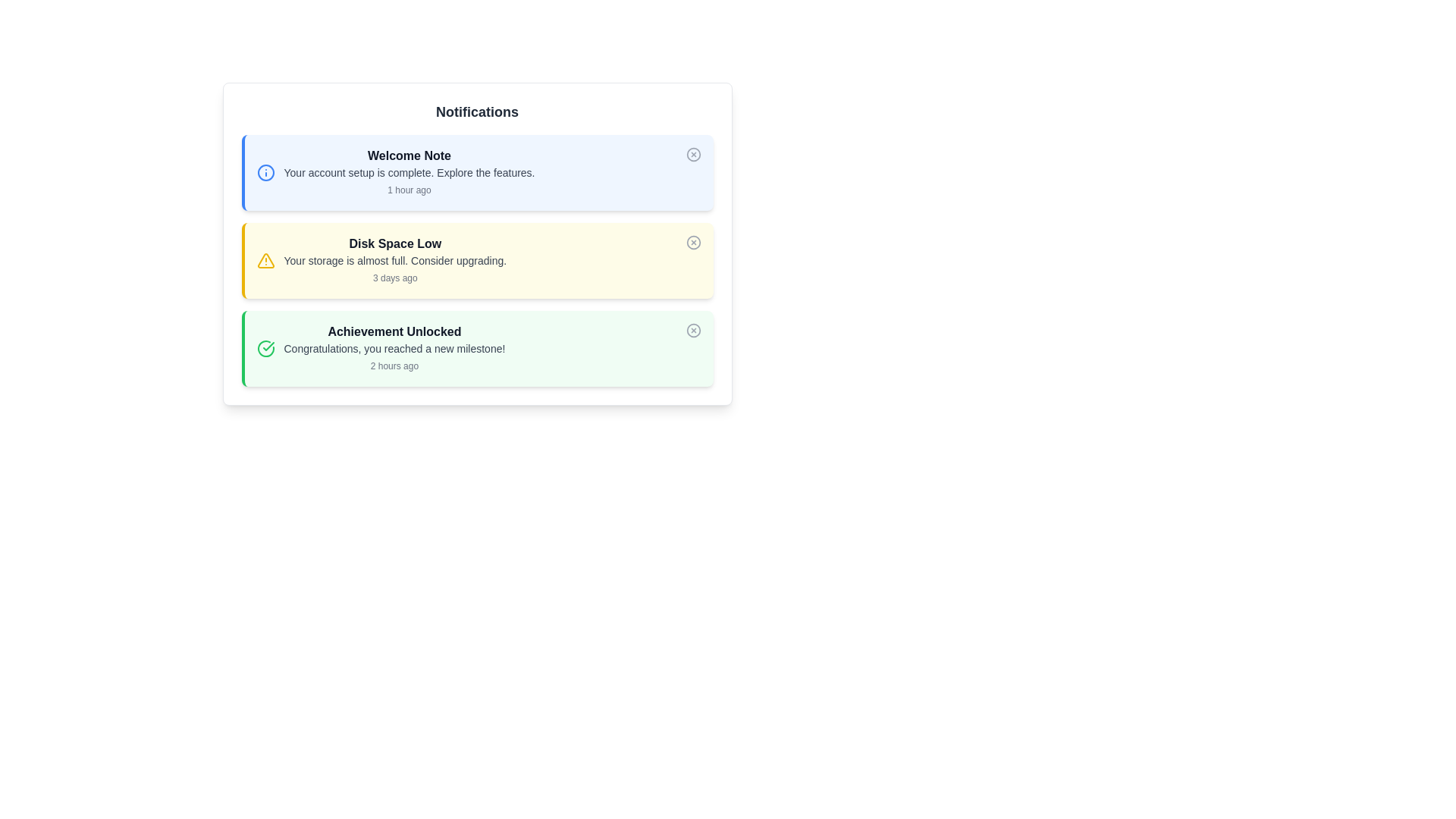 The image size is (1456, 819). I want to click on the timestamp text label located in the bottom-right section of the 'Achievement Unlocked' notification card, so click(394, 366).